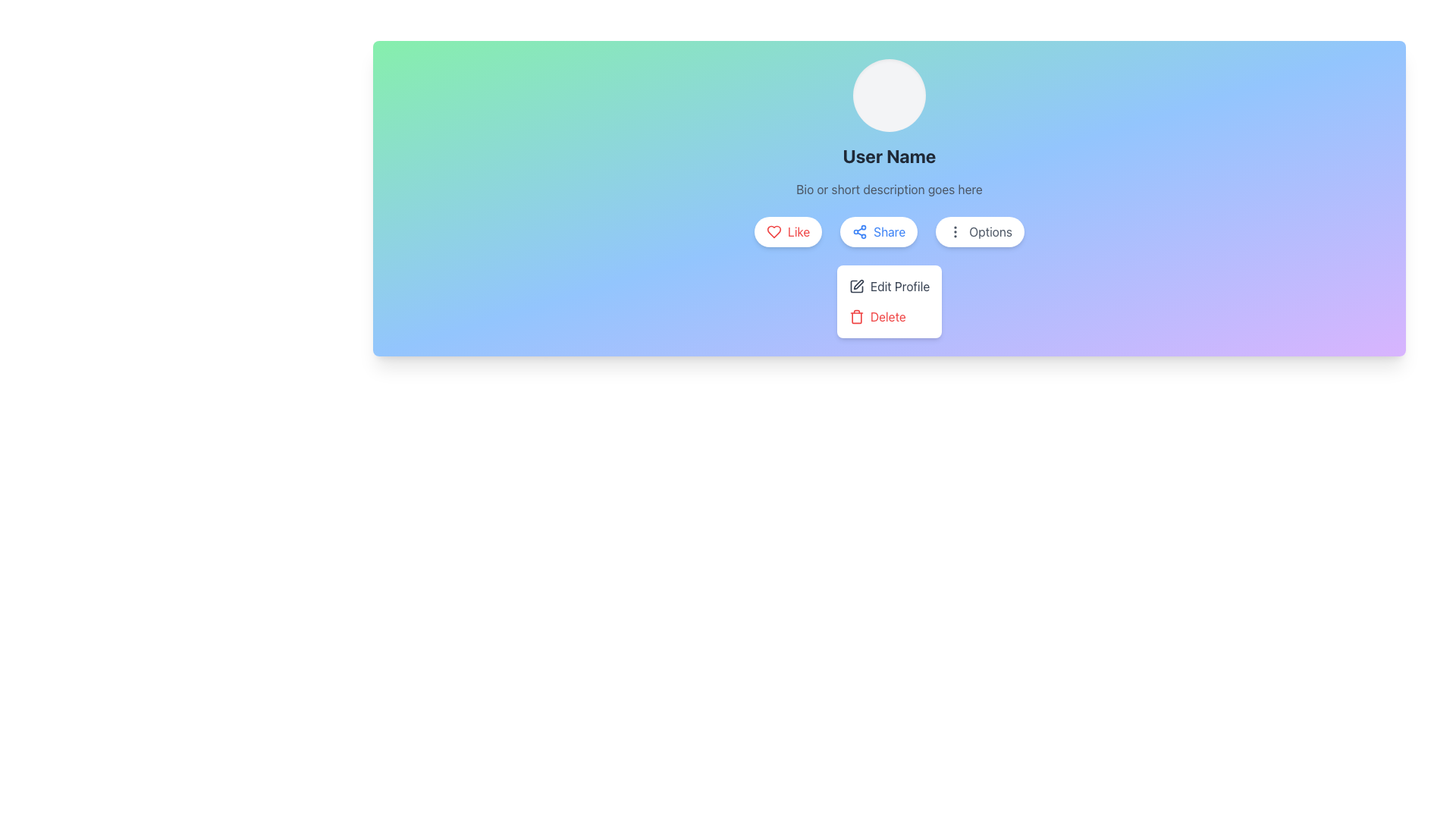  I want to click on the 'Options' button, which is a horizontally aligned button with gray text and a white background, so click(980, 231).